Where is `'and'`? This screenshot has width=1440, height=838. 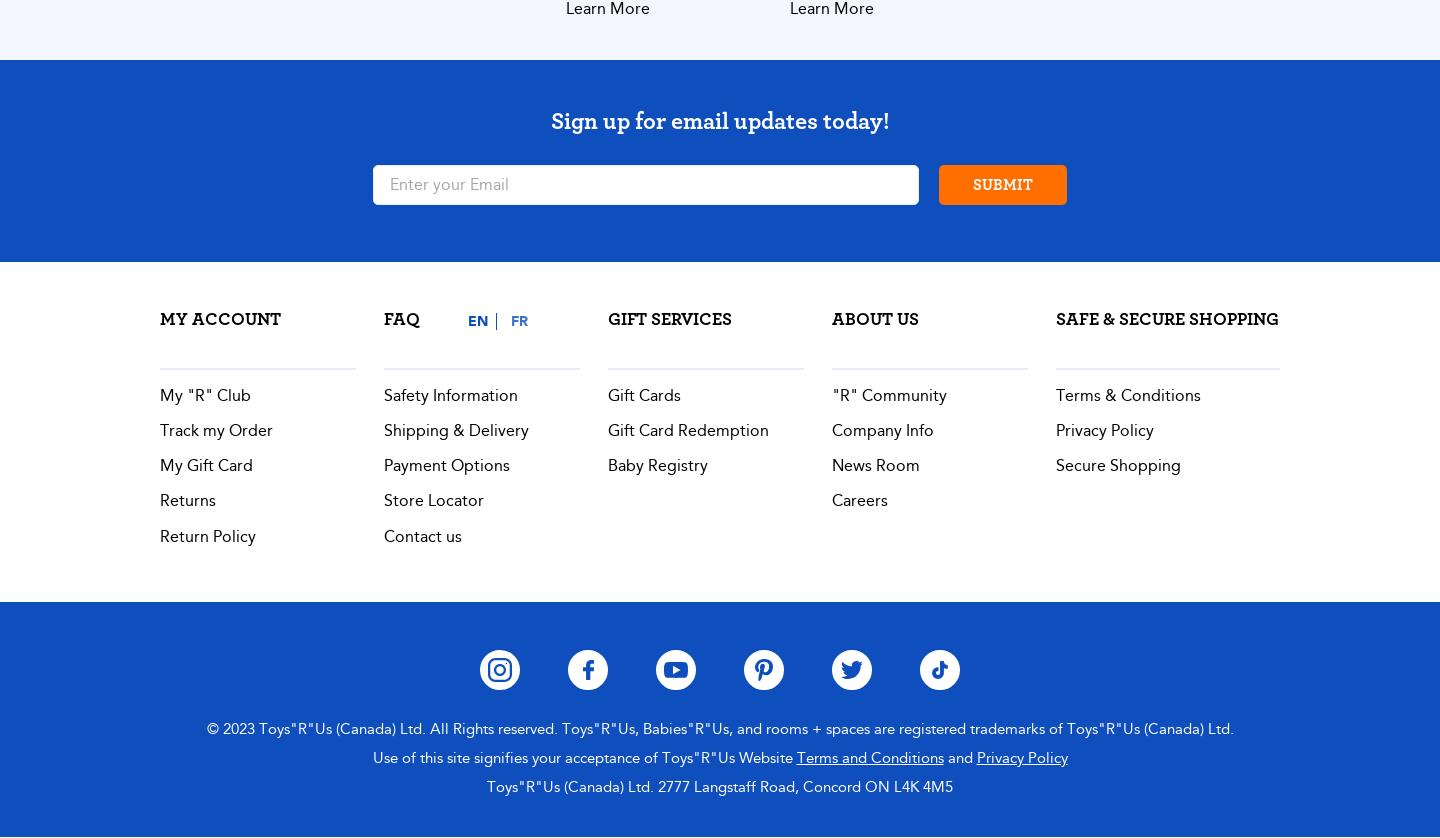 'and' is located at coordinates (959, 755).